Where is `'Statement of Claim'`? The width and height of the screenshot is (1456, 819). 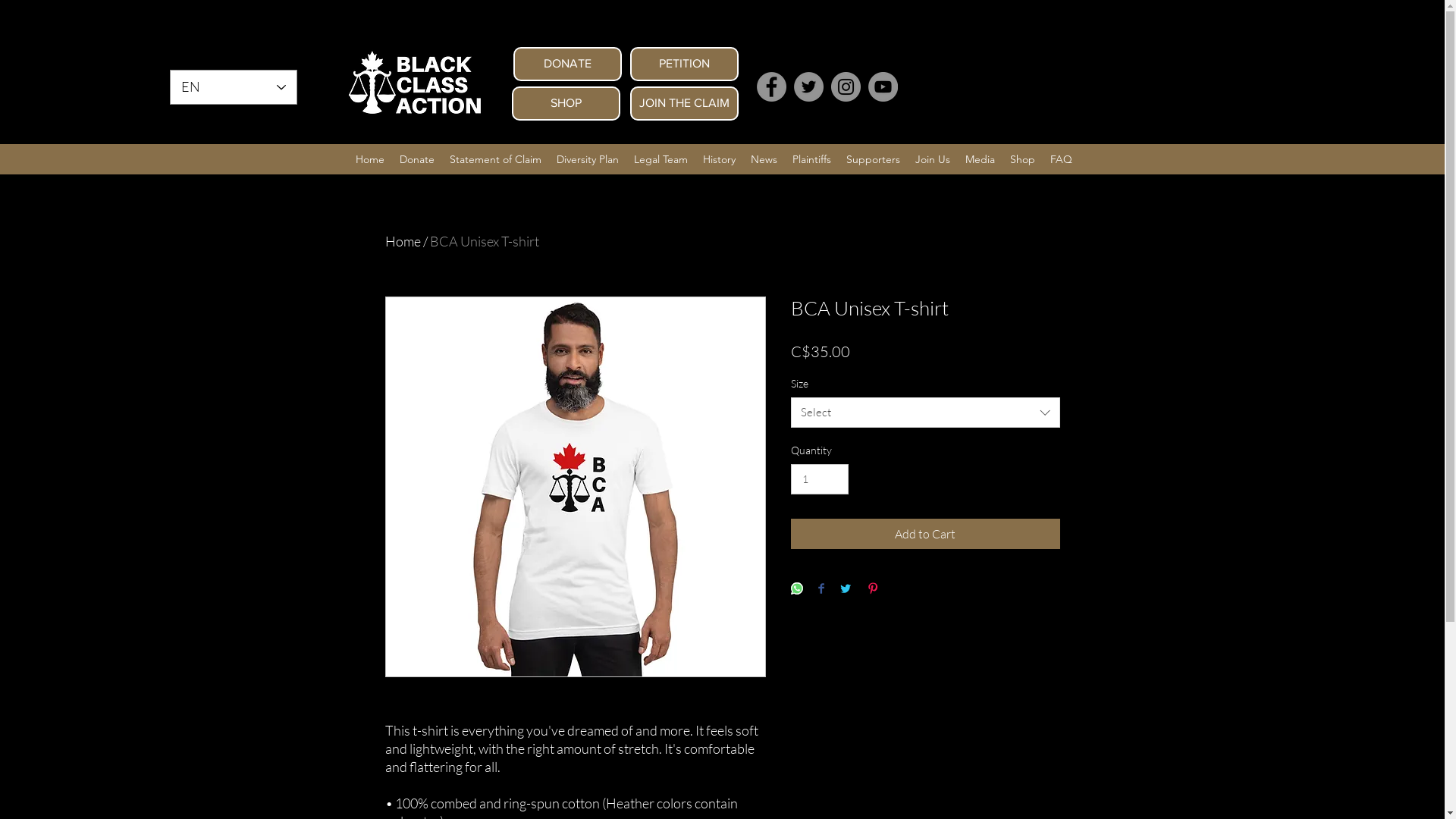 'Statement of Claim' is located at coordinates (494, 158).